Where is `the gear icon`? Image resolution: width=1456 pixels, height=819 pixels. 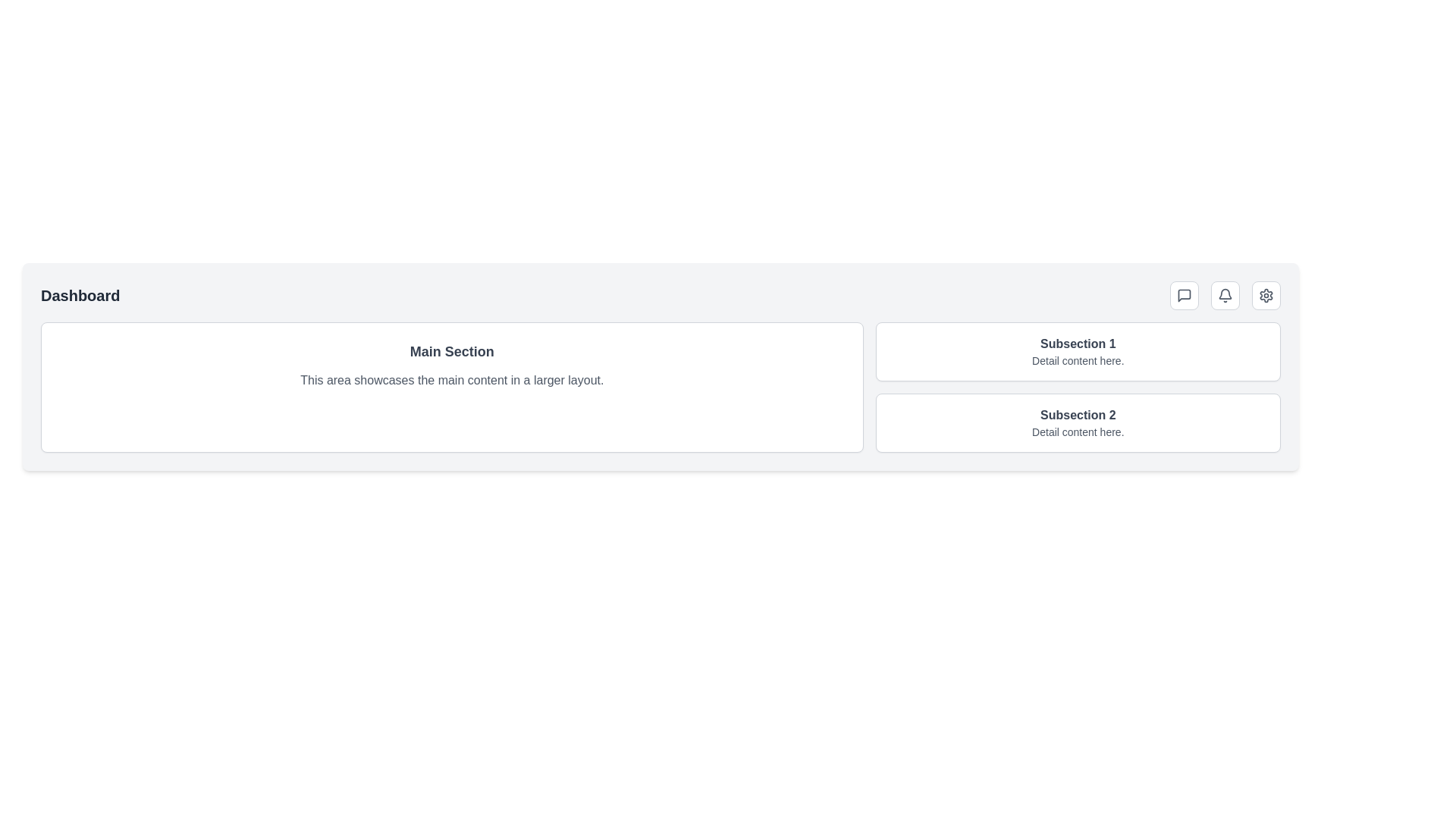 the gear icon is located at coordinates (1266, 295).